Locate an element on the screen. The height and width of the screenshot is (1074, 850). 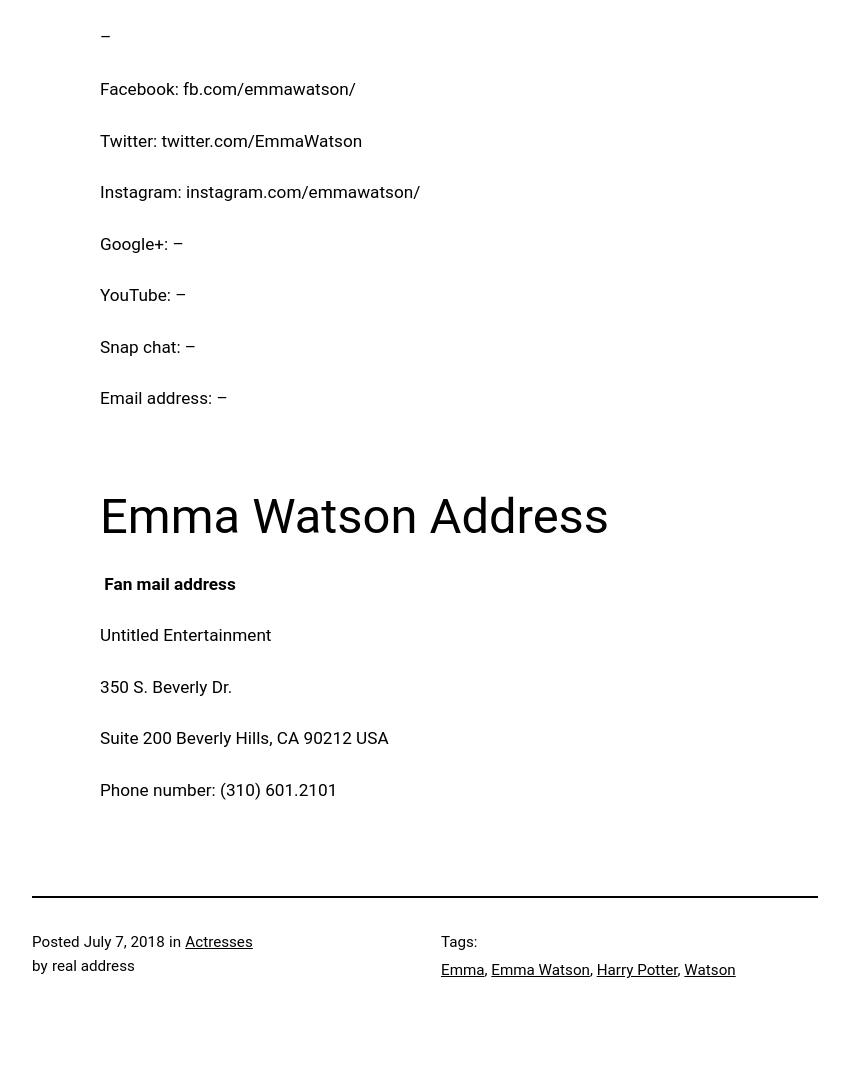
'Watson' is located at coordinates (708, 969).